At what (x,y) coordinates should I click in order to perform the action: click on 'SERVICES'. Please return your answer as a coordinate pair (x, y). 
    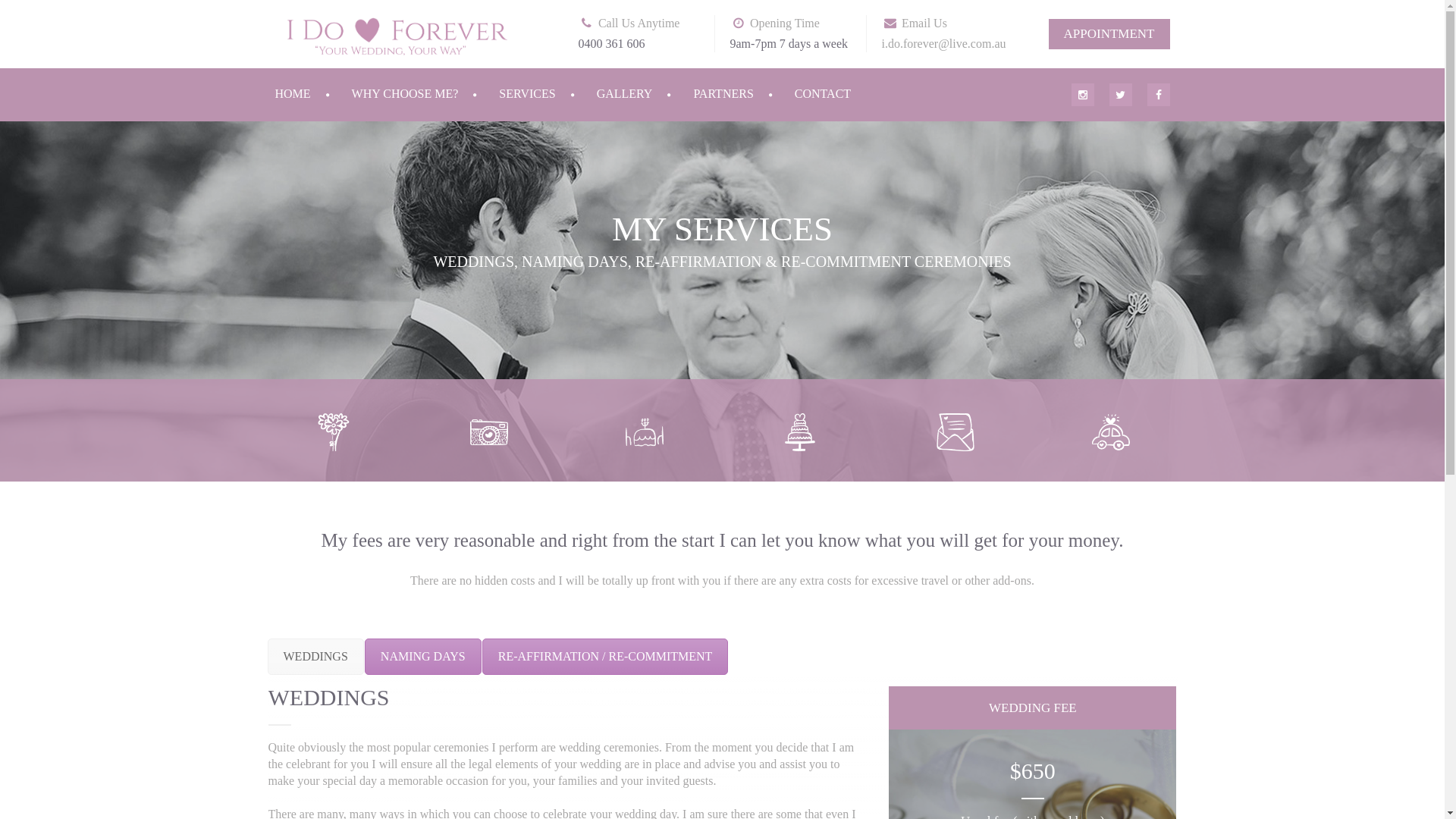
    Looking at the image, I should click on (543, 93).